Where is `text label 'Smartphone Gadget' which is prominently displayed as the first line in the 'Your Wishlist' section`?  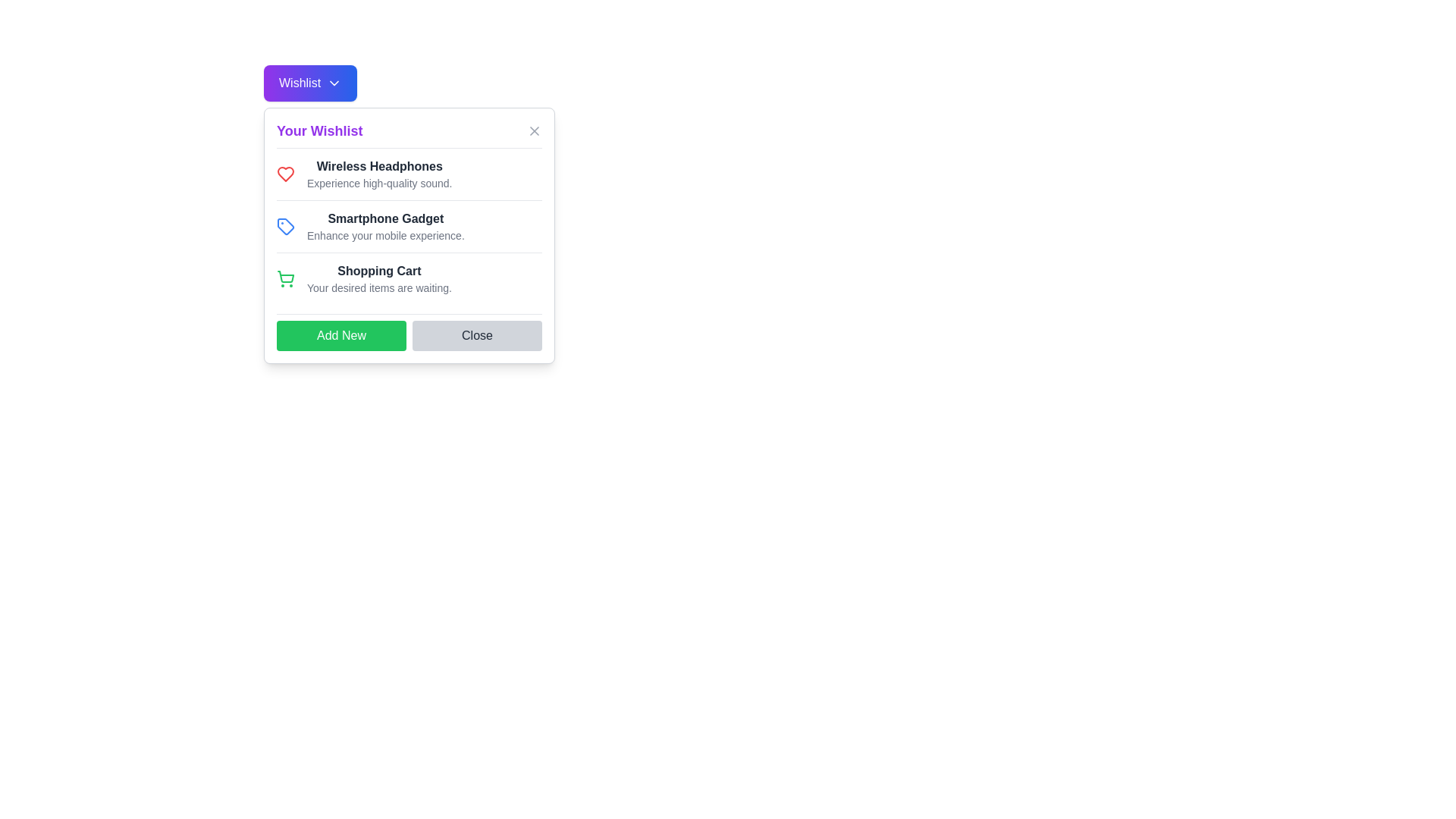
text label 'Smartphone Gadget' which is prominently displayed as the first line in the 'Your Wishlist' section is located at coordinates (385, 219).